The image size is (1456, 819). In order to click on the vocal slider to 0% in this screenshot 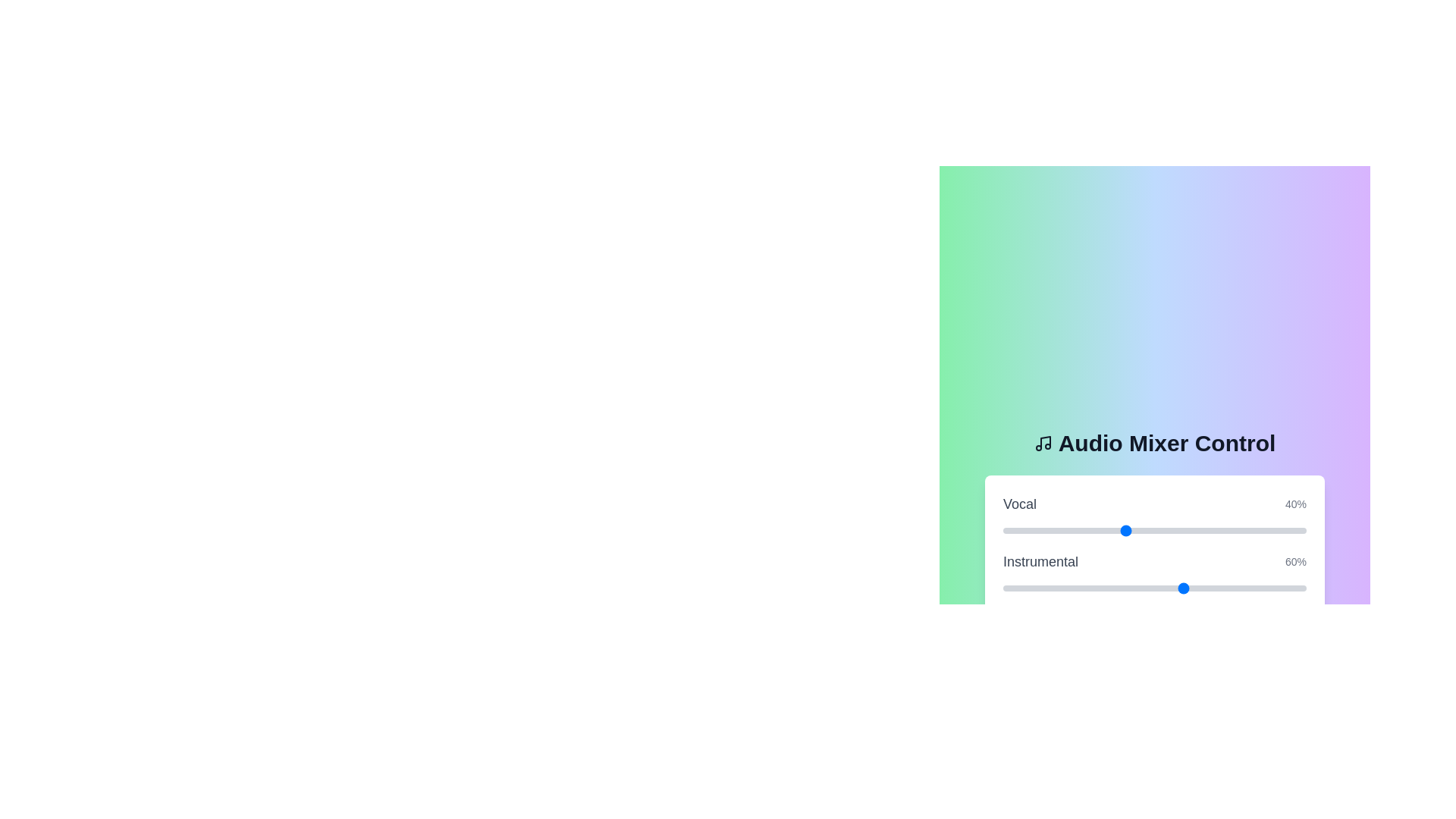, I will do `click(1003, 529)`.